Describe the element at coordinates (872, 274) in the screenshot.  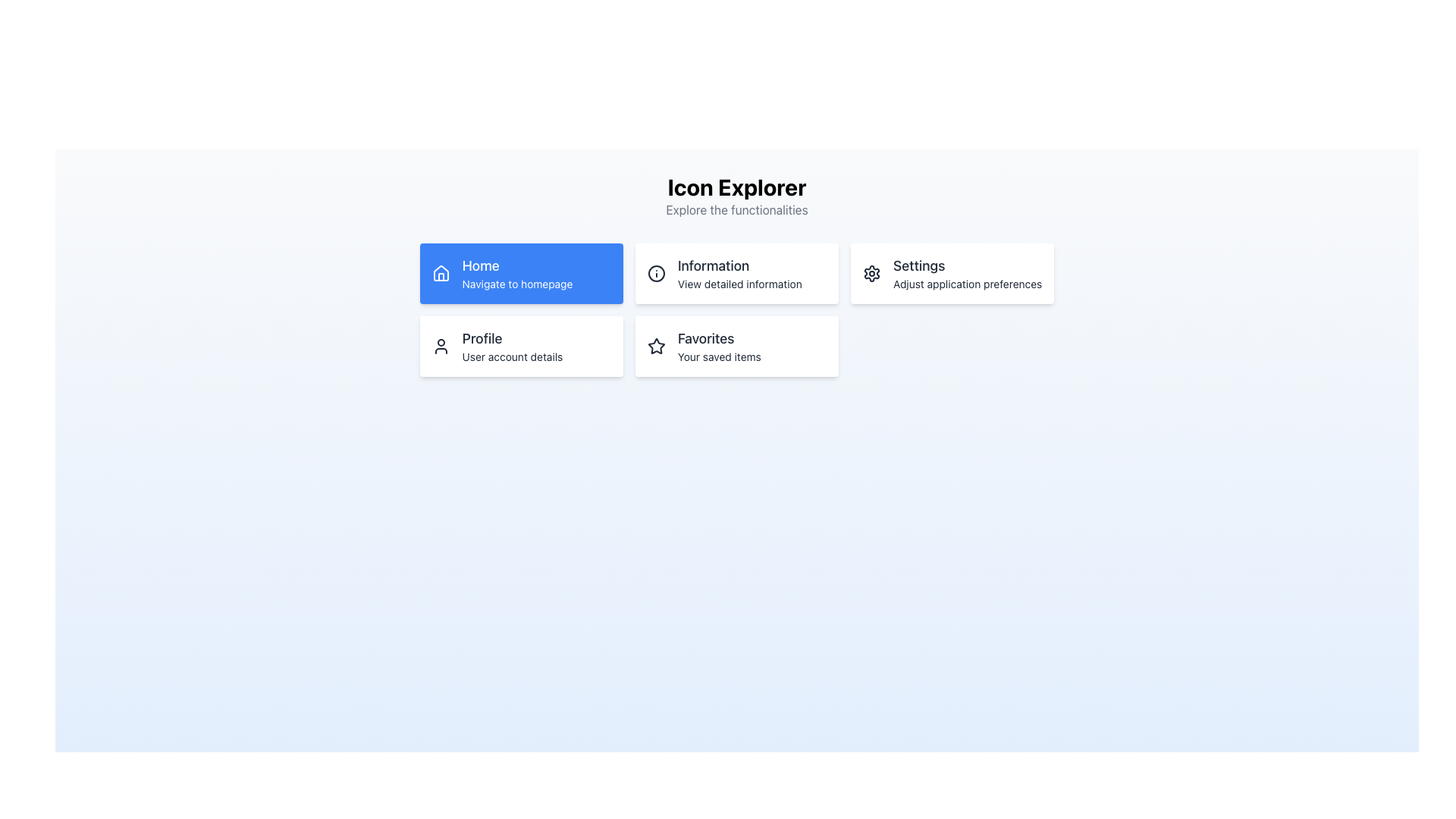
I see `the gear-shaped icon representing settings within the 'Settings' card located in the top-right corner of the group of cards` at that location.